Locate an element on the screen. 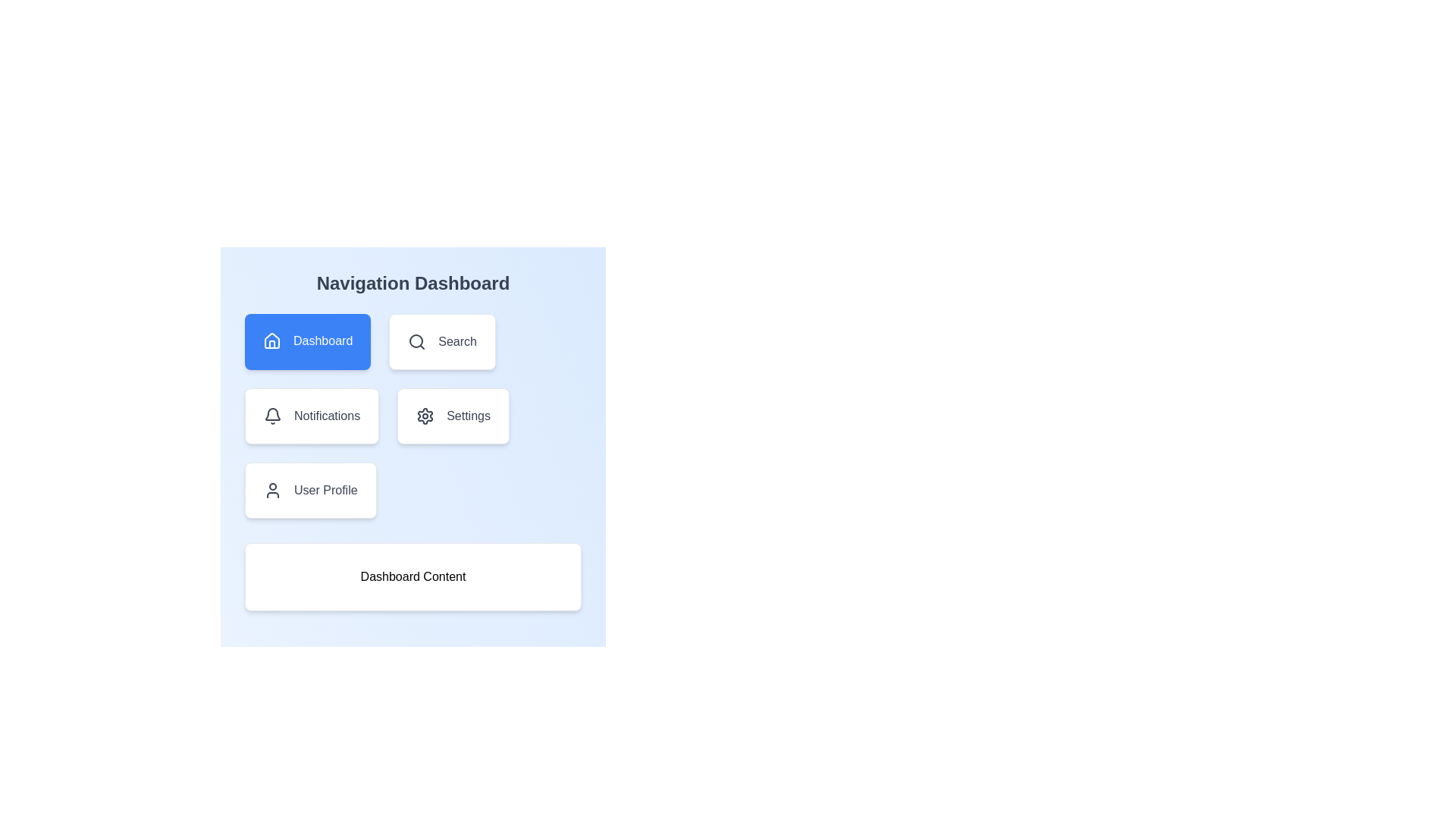 The height and width of the screenshot is (819, 1456). the user profile icon located in the bottom-left section of the navigation panel, which represents the 'User Profile' functionality is located at coordinates (273, 491).